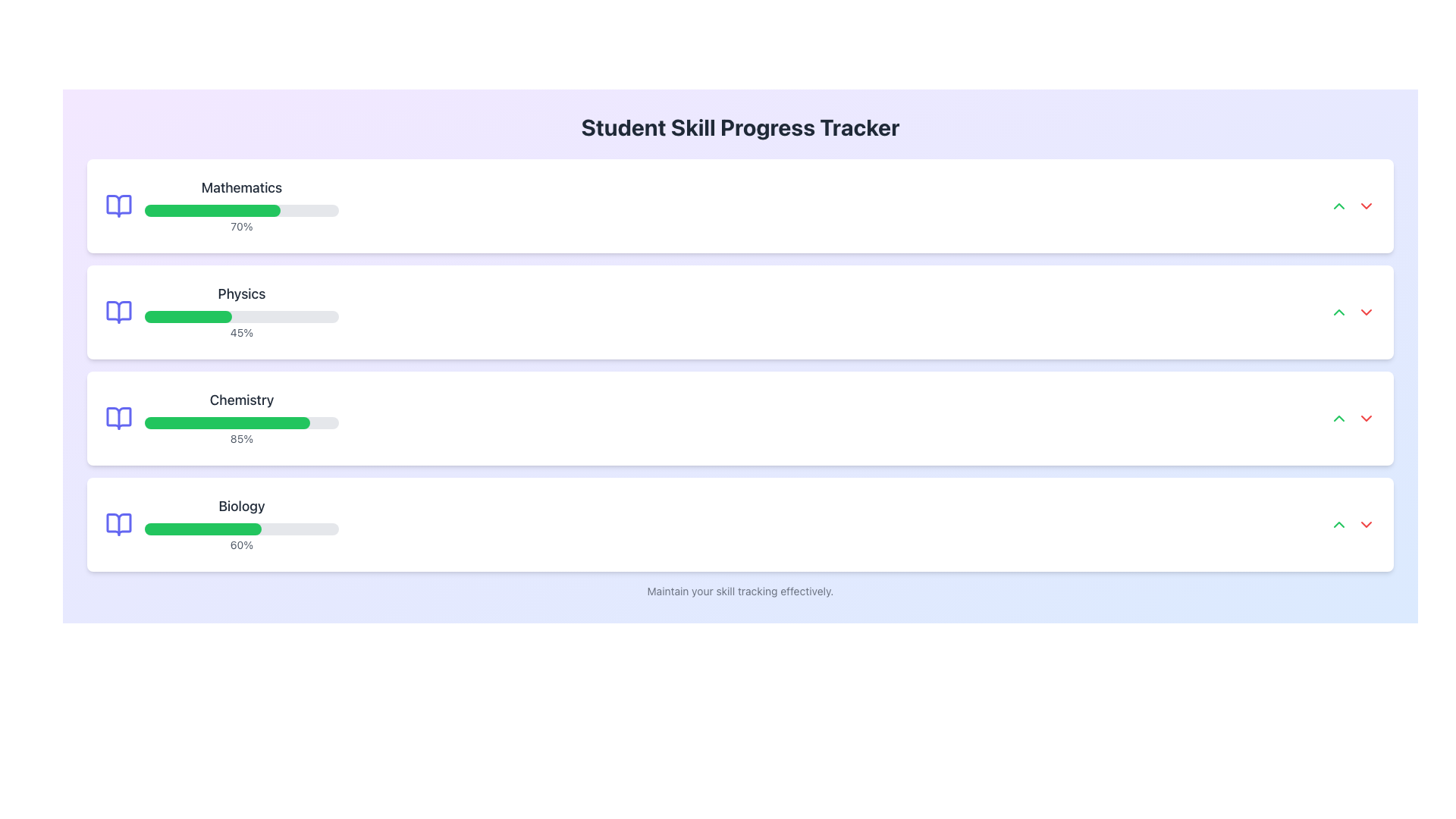 The height and width of the screenshot is (819, 1456). What do you see at coordinates (202, 529) in the screenshot?
I see `the green progress bar segment within the Biology section, which is the fourth element from the top in the vertical list` at bounding box center [202, 529].